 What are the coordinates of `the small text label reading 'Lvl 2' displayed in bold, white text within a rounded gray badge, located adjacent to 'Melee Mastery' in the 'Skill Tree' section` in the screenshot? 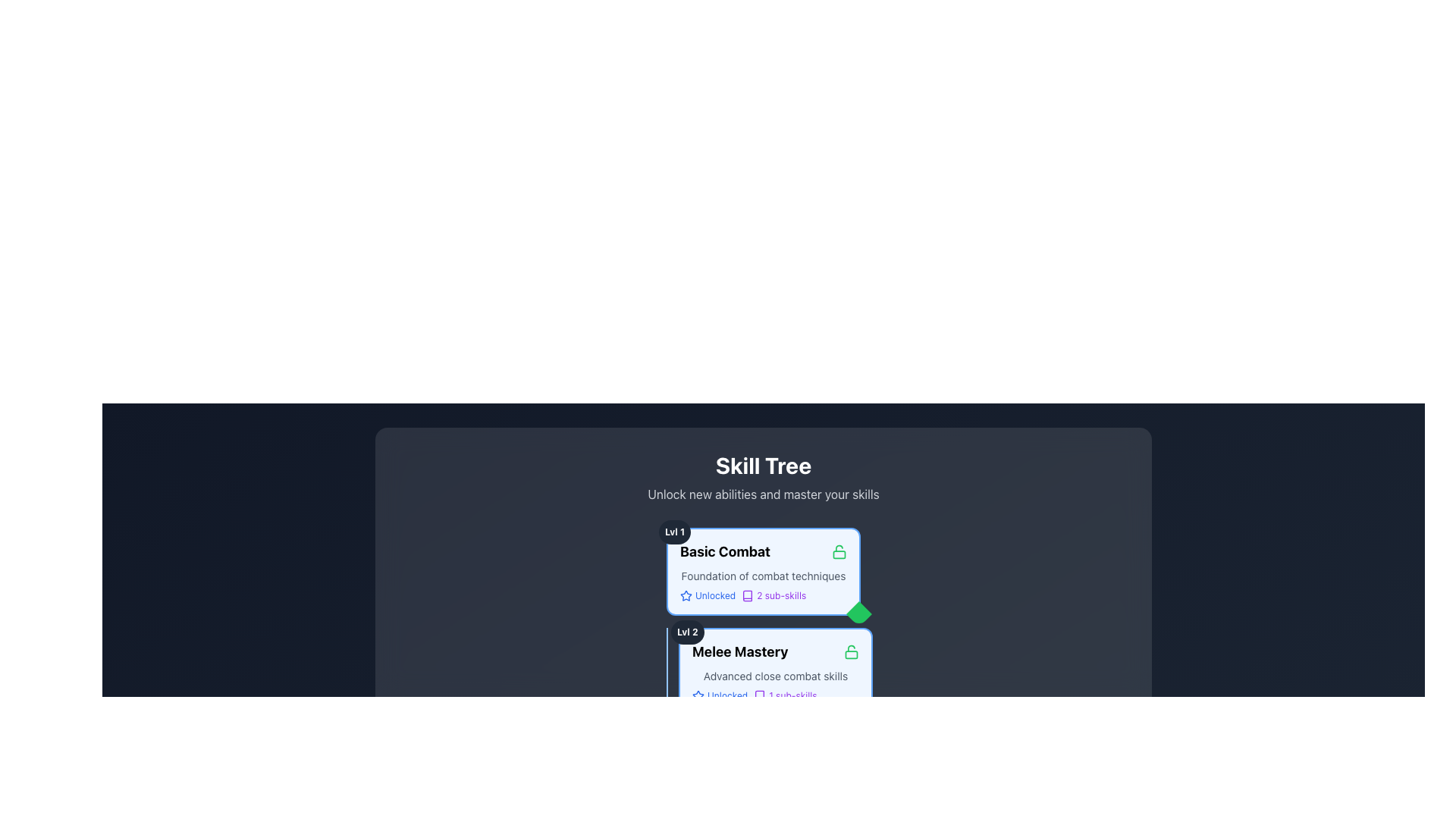 It's located at (686, 632).